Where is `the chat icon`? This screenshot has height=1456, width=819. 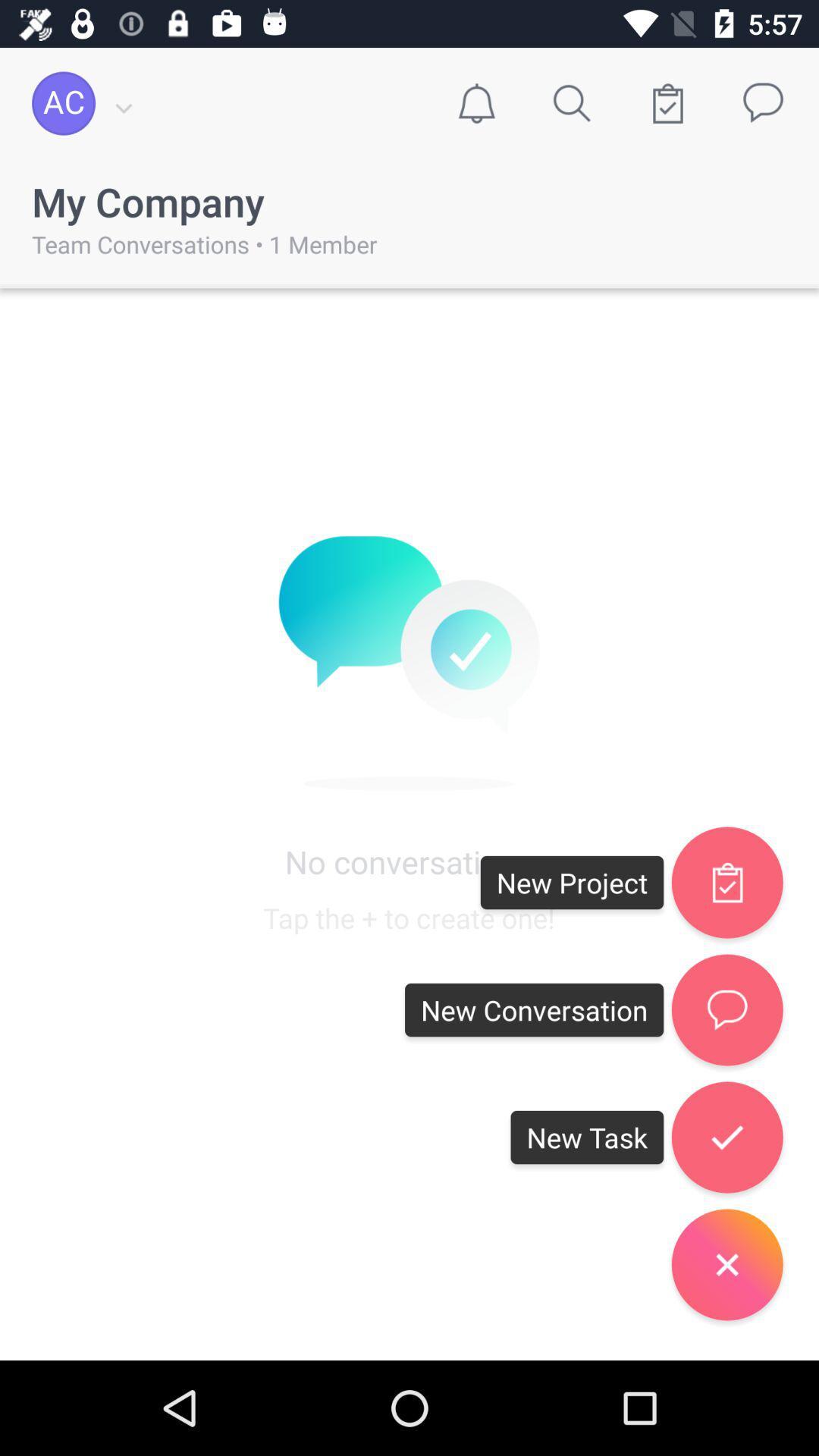 the chat icon is located at coordinates (726, 1010).